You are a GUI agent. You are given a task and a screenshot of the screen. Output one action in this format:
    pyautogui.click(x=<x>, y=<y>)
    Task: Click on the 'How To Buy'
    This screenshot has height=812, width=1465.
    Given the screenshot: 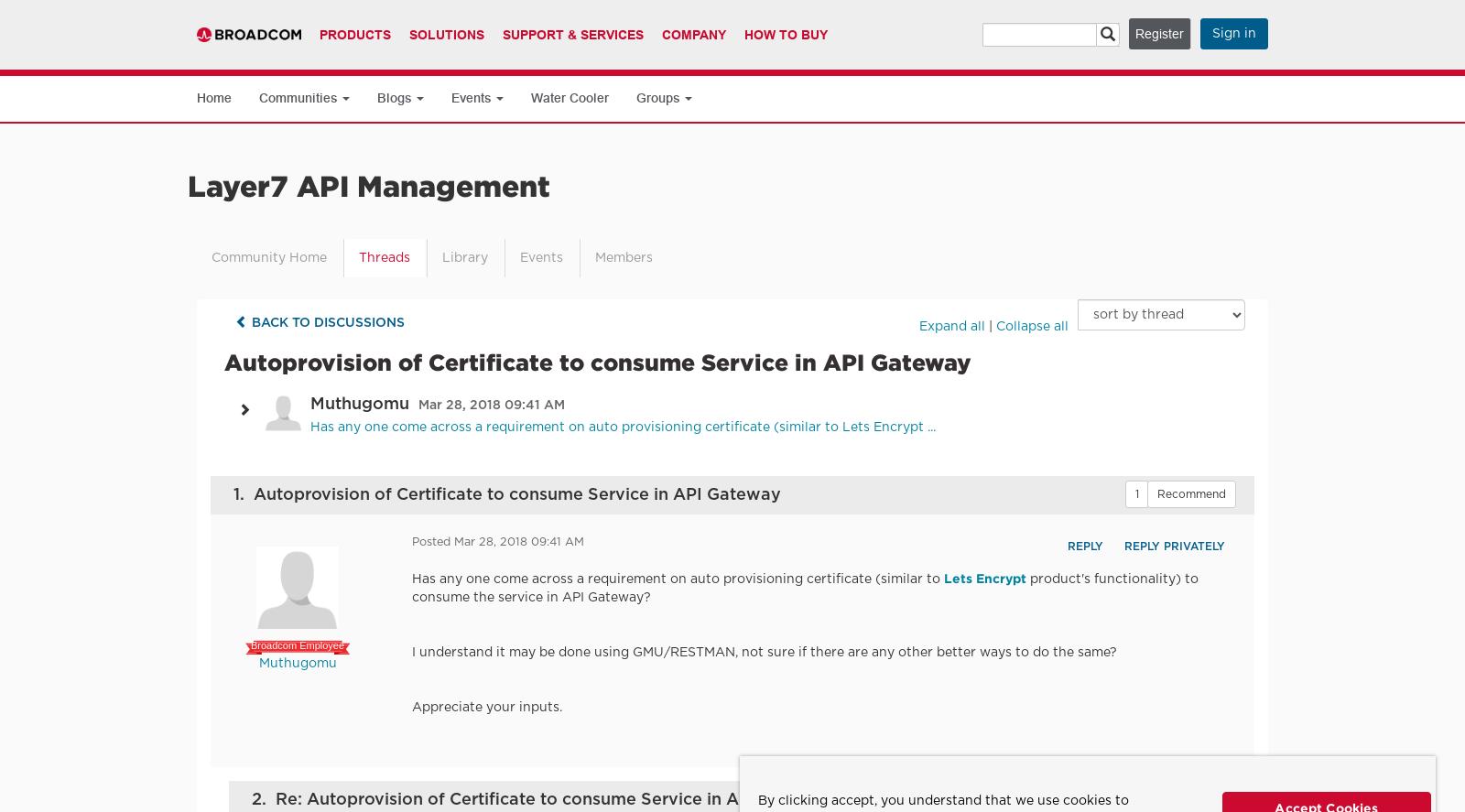 What is the action you would take?
    pyautogui.click(x=785, y=34)
    